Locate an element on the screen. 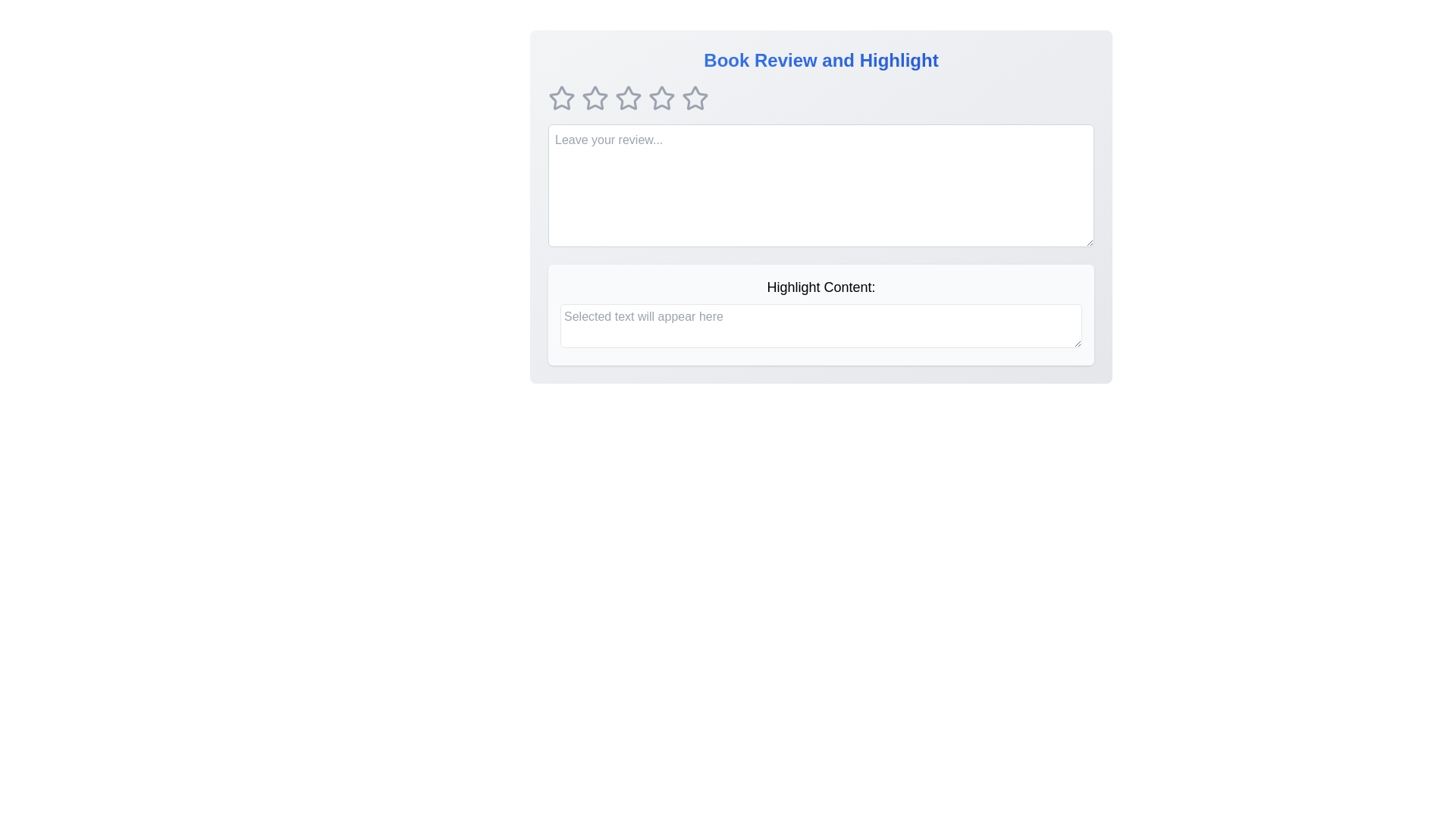  the rating to 4 stars by clicking on the corresponding star icon is located at coordinates (662, 99).